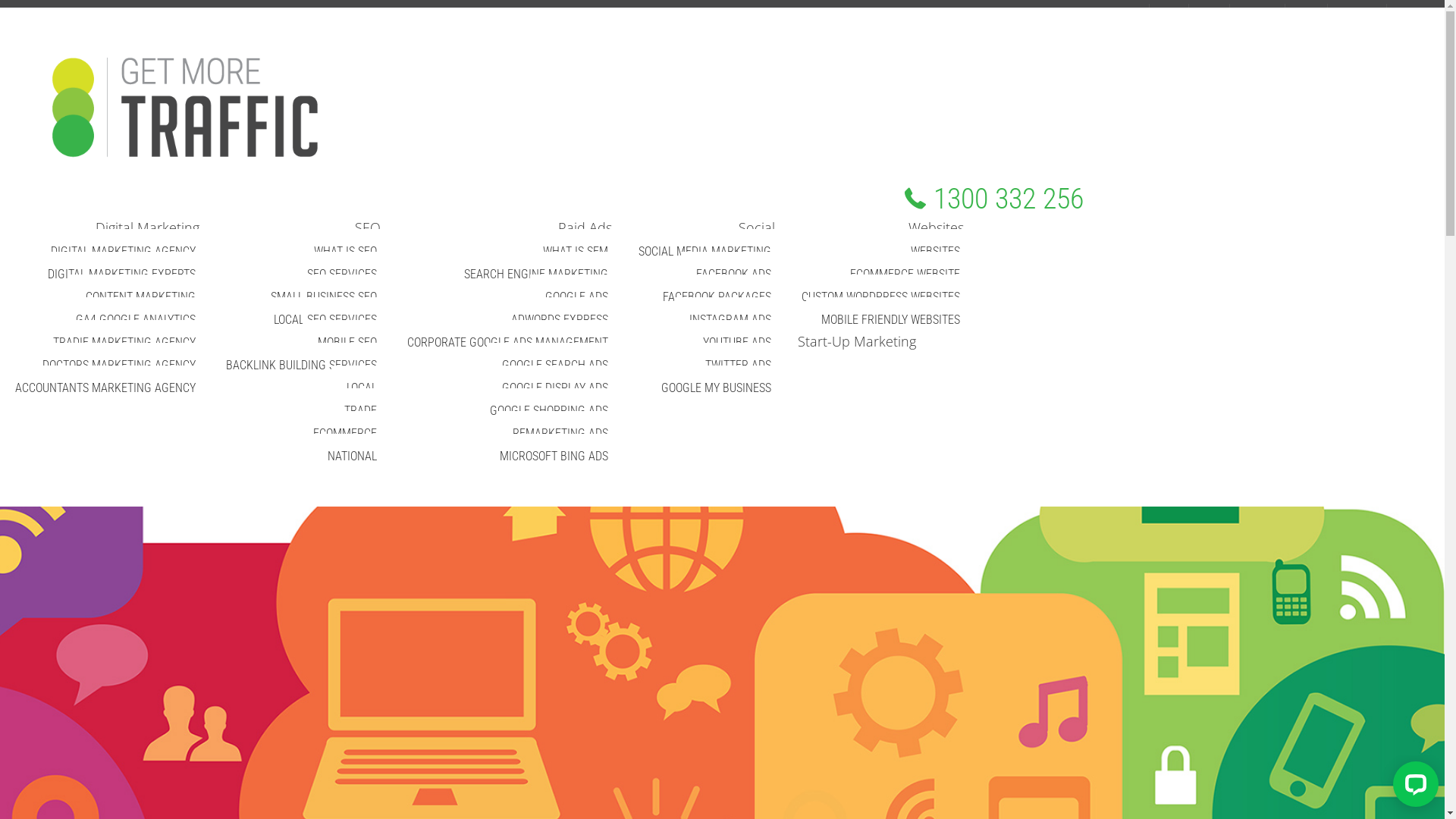 Image resolution: width=1456 pixels, height=819 pixels. What do you see at coordinates (890, 318) in the screenshot?
I see `'MOBILE FRIENDLY WEBSITES'` at bounding box center [890, 318].